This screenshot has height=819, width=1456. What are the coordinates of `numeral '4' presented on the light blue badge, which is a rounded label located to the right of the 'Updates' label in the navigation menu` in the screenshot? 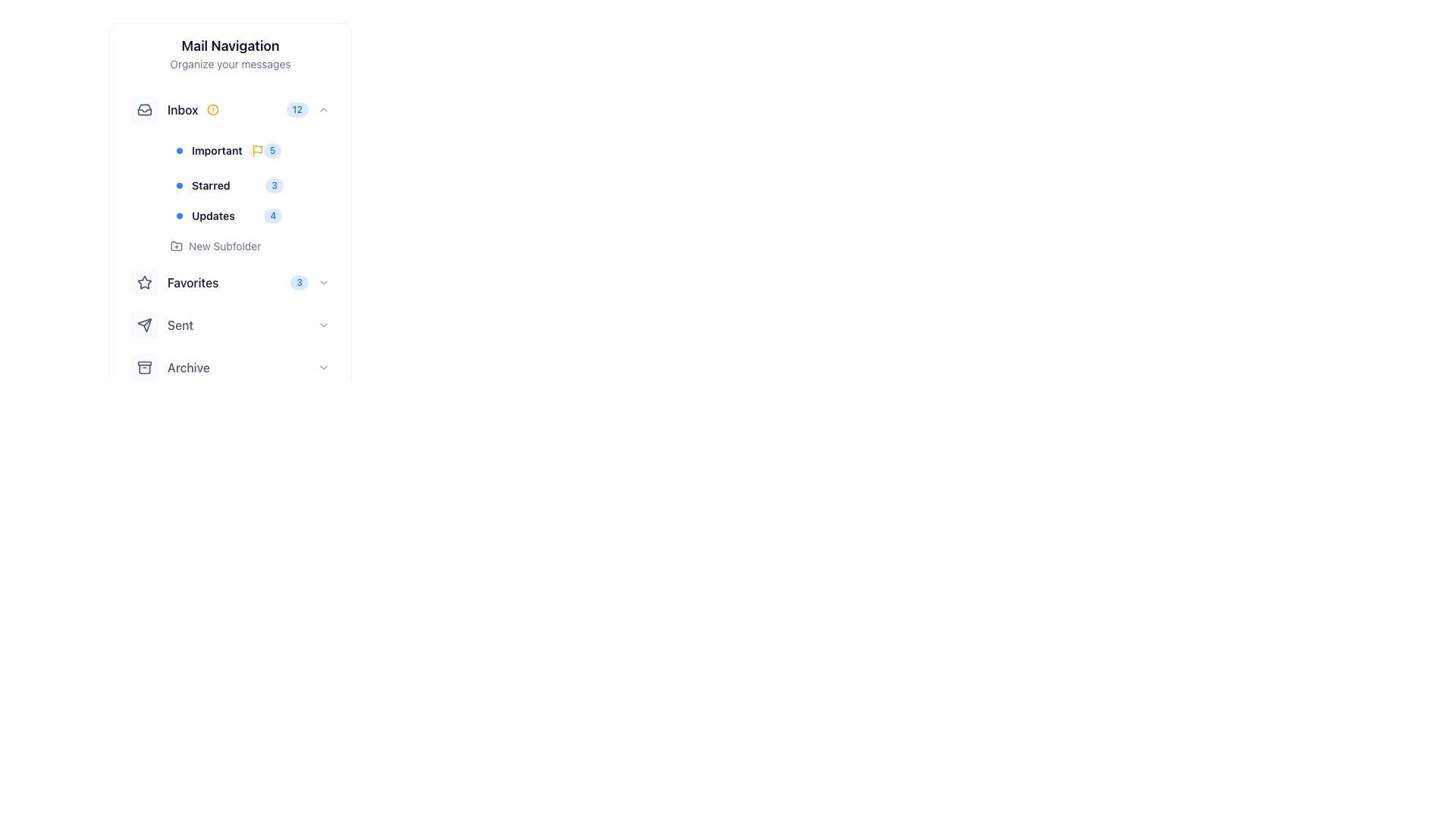 It's located at (273, 216).